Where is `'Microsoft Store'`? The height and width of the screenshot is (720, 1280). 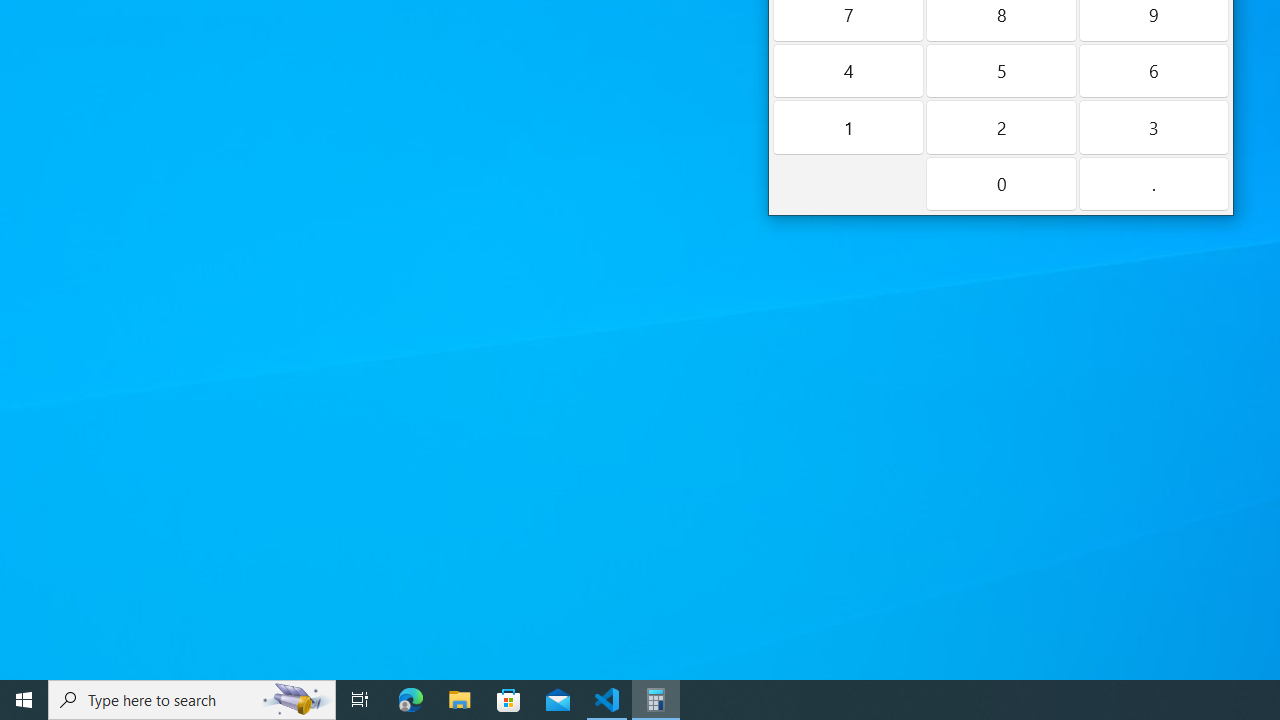 'Microsoft Store' is located at coordinates (509, 698).